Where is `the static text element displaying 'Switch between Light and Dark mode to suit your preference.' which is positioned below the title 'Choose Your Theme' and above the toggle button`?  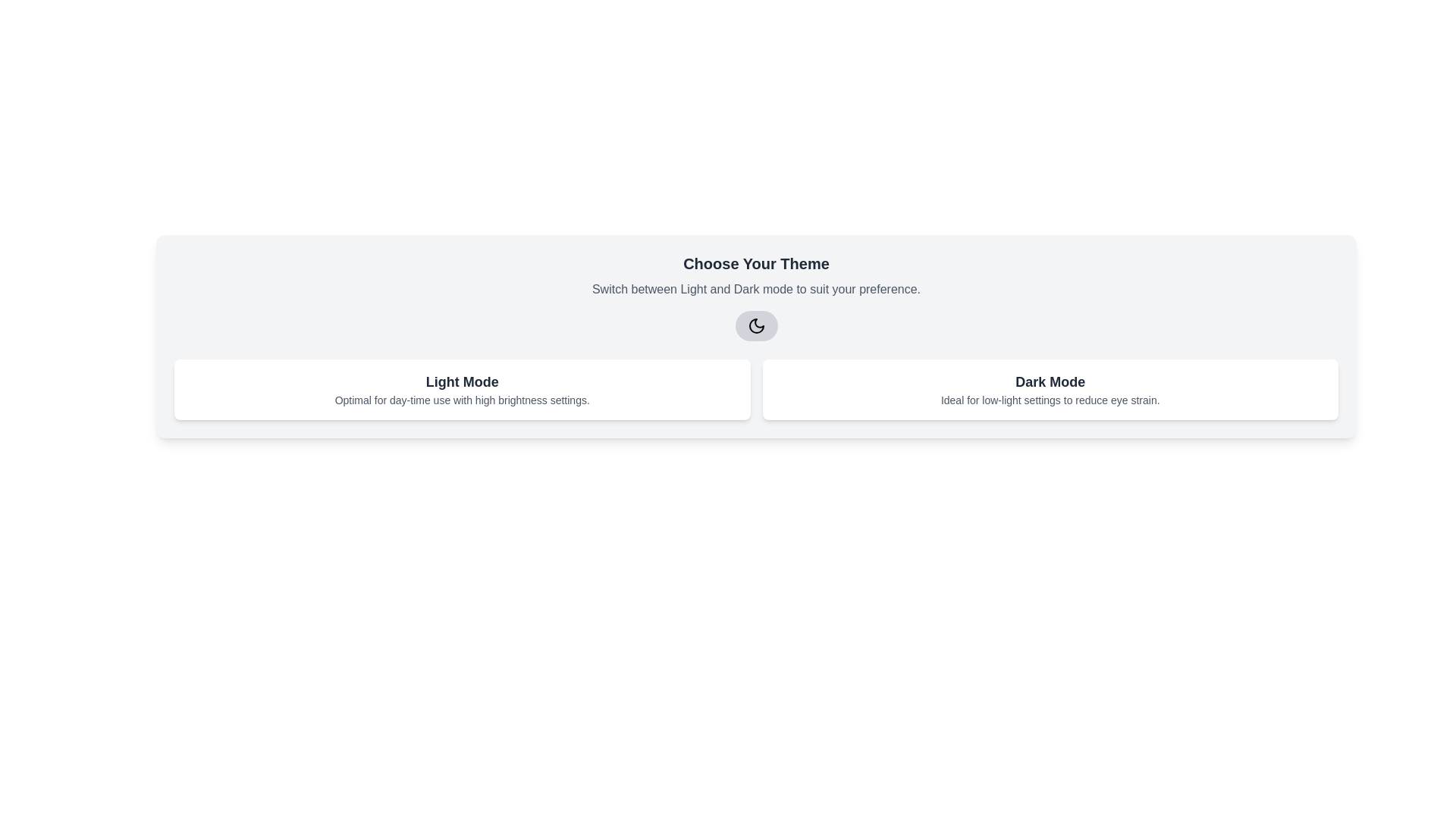 the static text element displaying 'Switch between Light and Dark mode to suit your preference.' which is positioned below the title 'Choose Your Theme' and above the toggle button is located at coordinates (756, 289).